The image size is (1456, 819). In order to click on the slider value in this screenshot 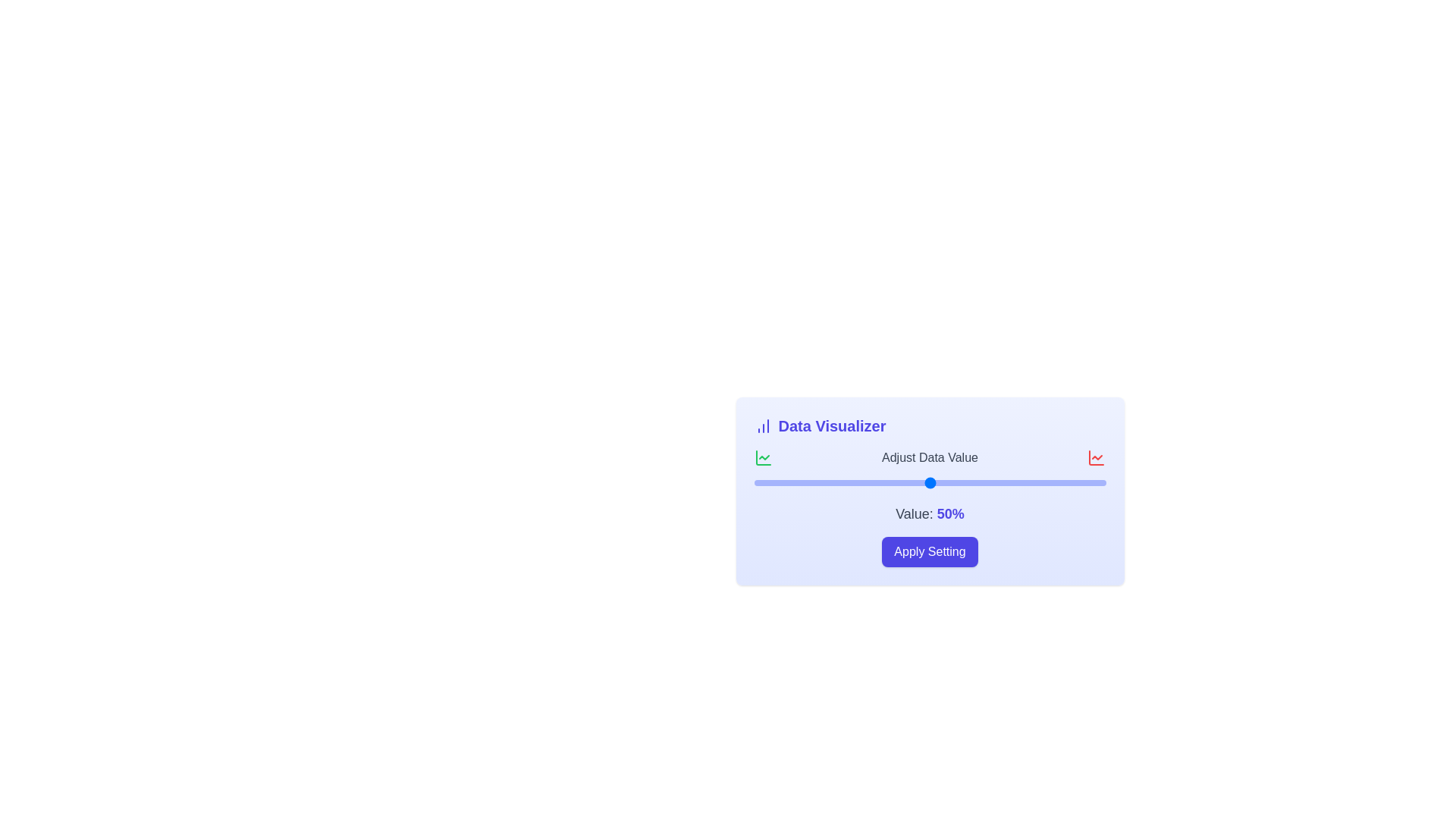, I will do `click(1099, 482)`.